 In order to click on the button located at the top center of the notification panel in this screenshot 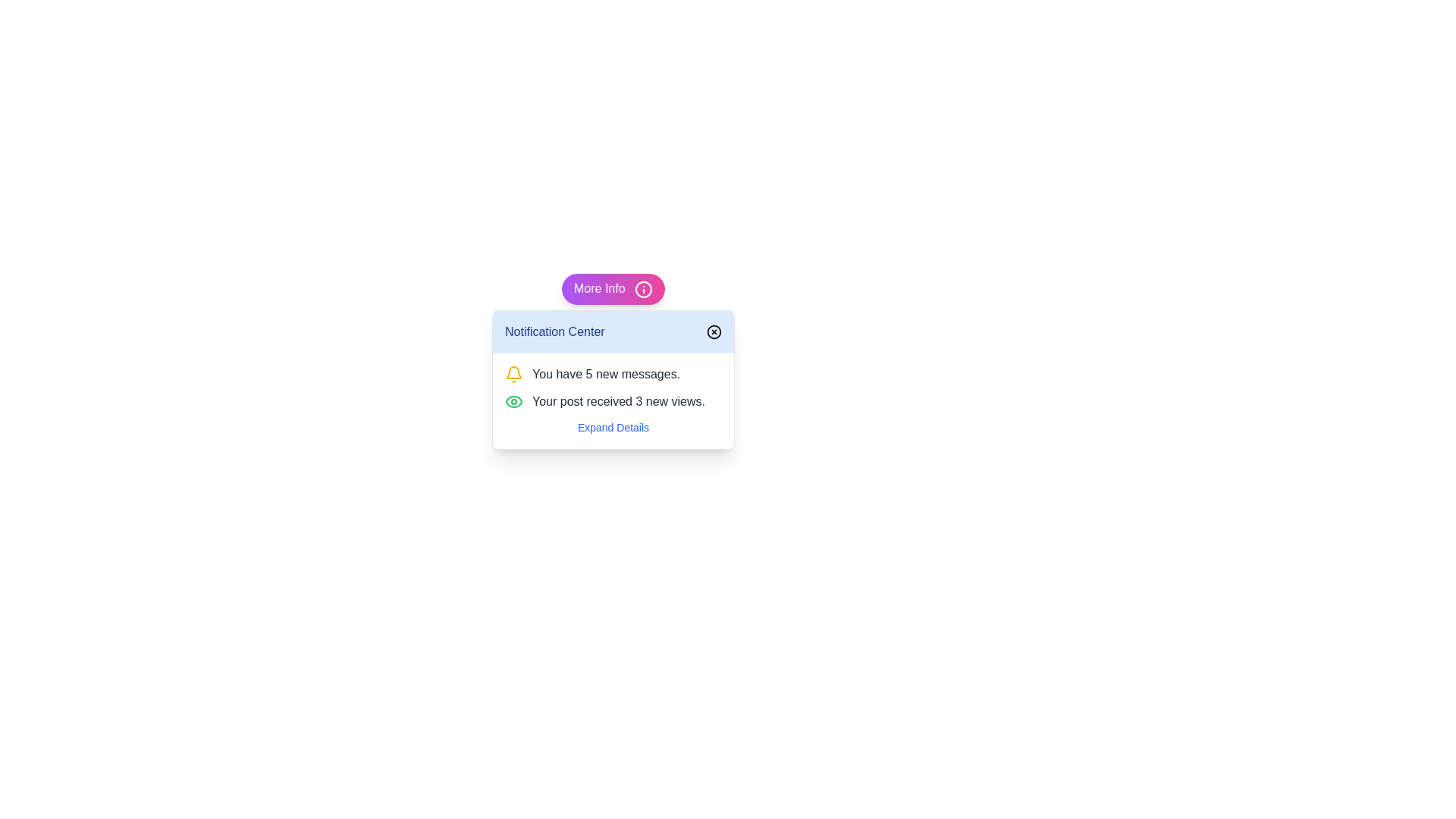, I will do `click(613, 289)`.